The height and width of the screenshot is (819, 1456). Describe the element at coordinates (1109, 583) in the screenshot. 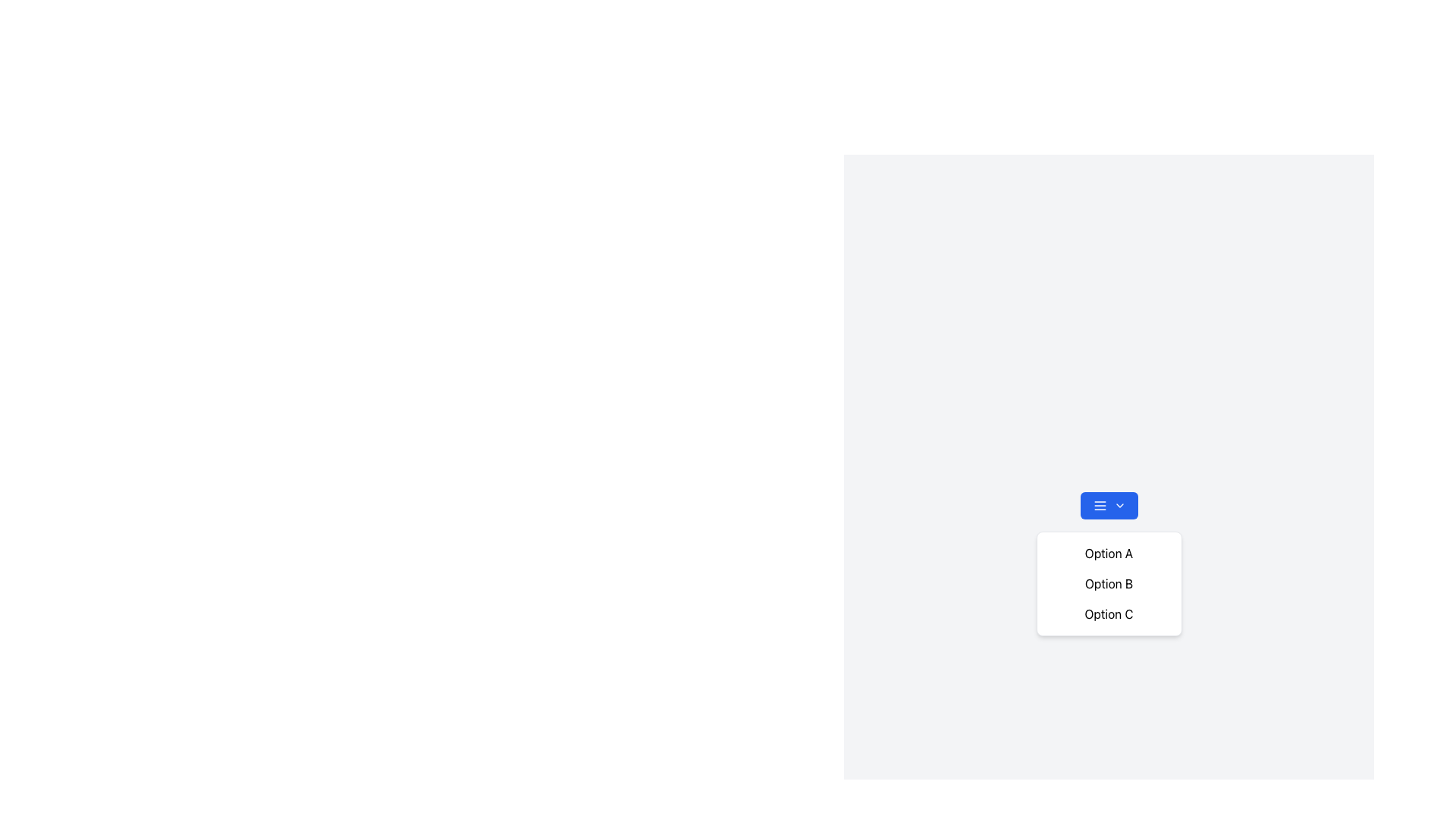

I see `to select the second option in the dropdown menu, which is located below 'Option A' and above 'Option C'` at that location.